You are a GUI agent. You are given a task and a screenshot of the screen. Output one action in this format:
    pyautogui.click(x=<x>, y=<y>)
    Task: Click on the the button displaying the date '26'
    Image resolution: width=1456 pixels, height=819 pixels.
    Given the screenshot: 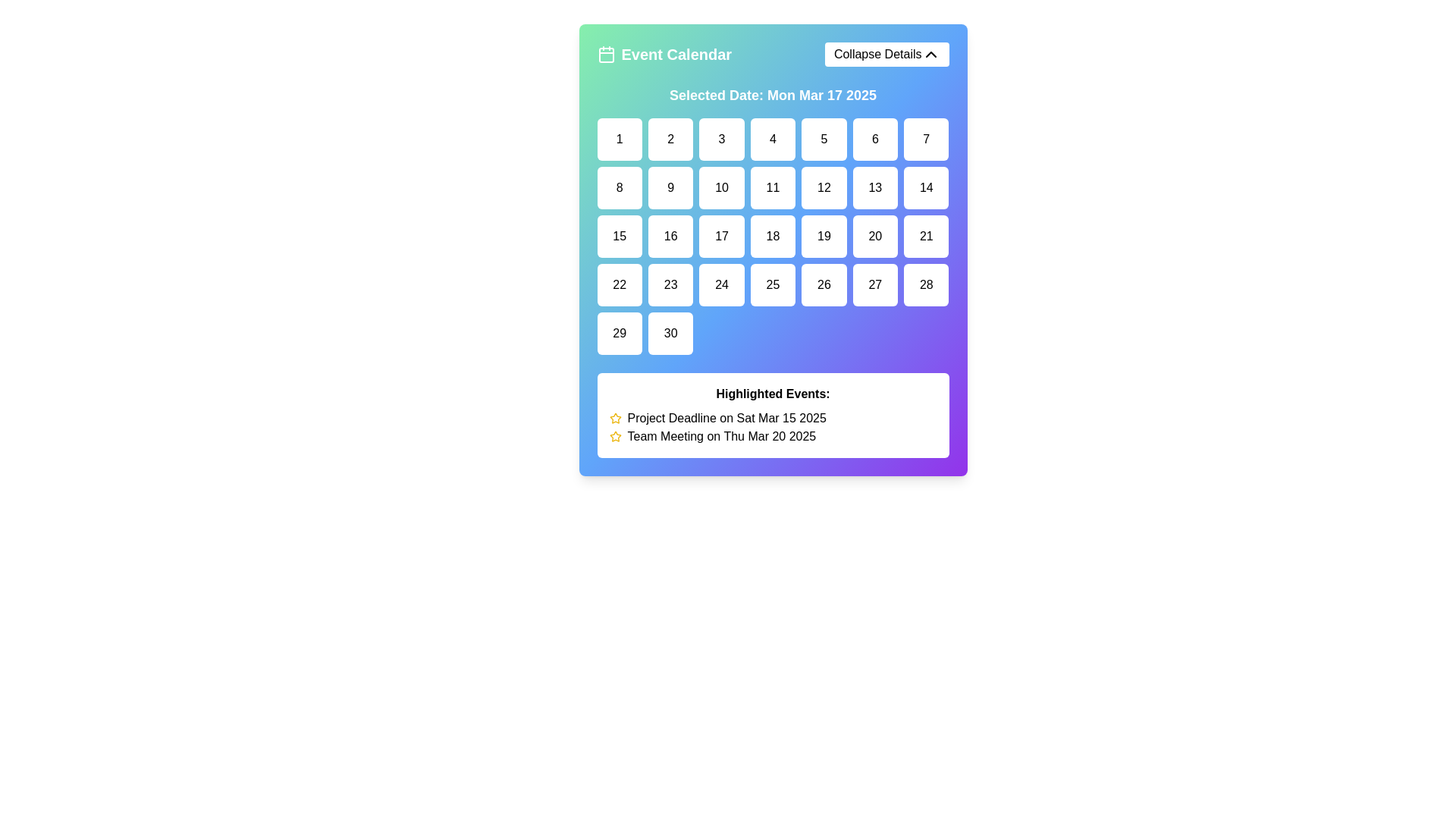 What is the action you would take?
    pyautogui.click(x=823, y=284)
    